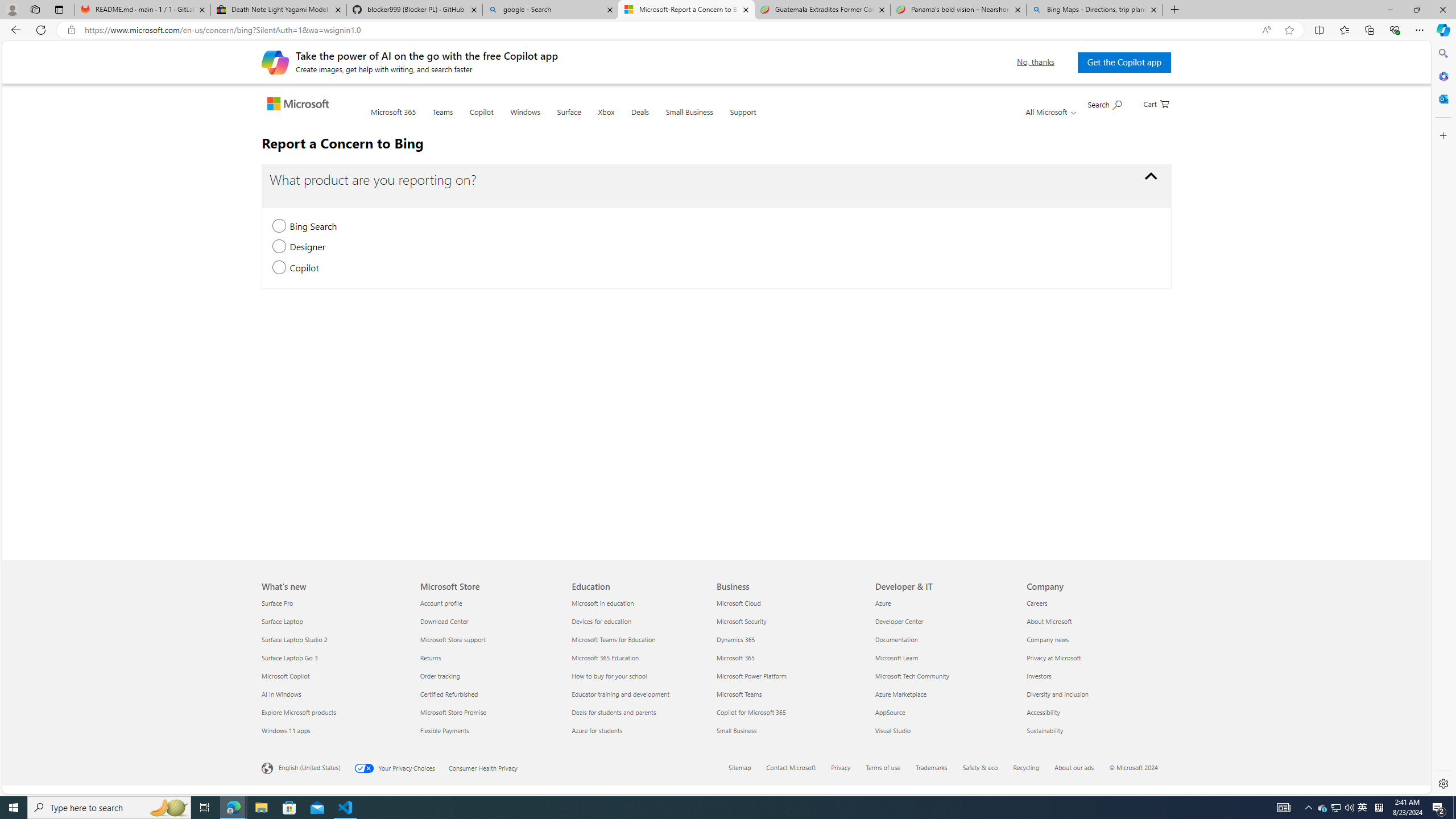 The width and height of the screenshot is (1456, 819). What do you see at coordinates (640, 675) in the screenshot?
I see `'How to buy for your school'` at bounding box center [640, 675].